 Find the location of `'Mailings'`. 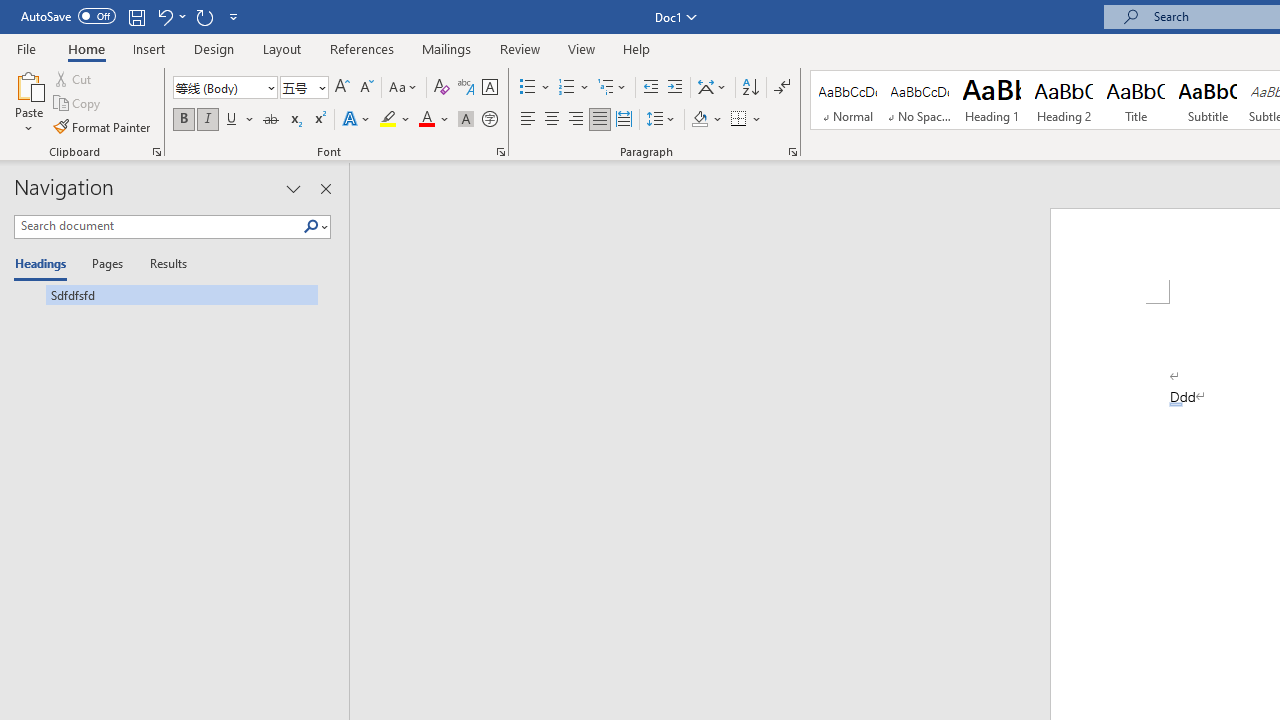

'Mailings' is located at coordinates (446, 48).